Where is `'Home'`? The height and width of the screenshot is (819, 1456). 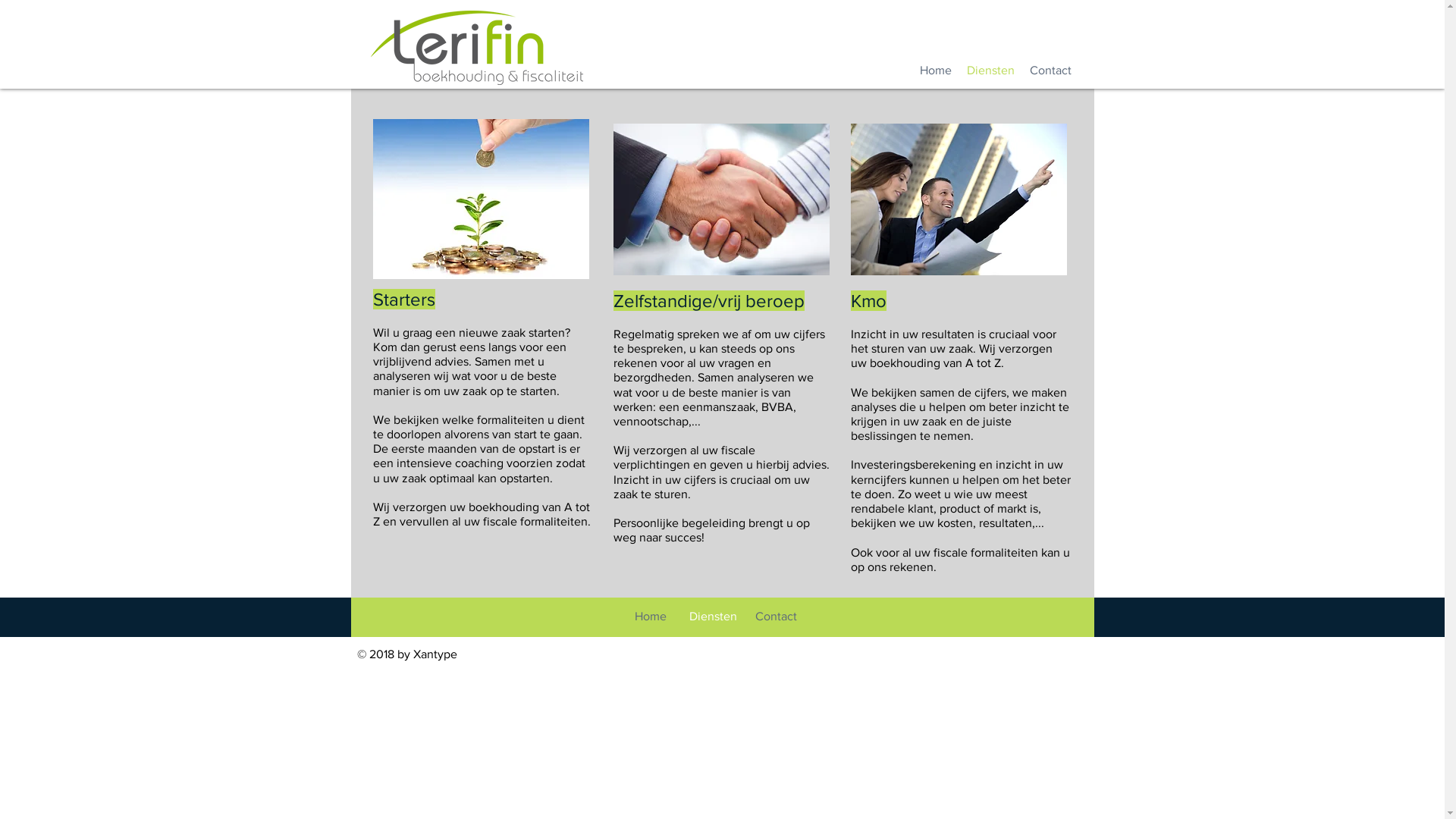 'Home' is located at coordinates (934, 70).